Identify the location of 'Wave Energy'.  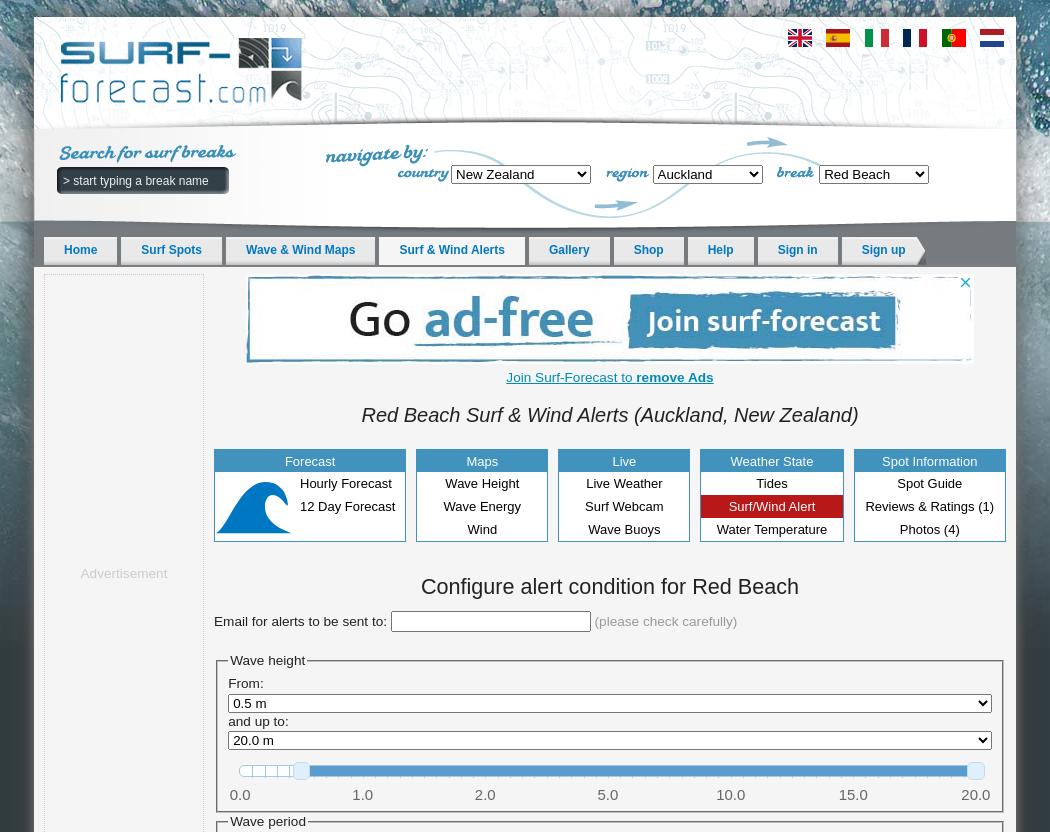
(481, 505).